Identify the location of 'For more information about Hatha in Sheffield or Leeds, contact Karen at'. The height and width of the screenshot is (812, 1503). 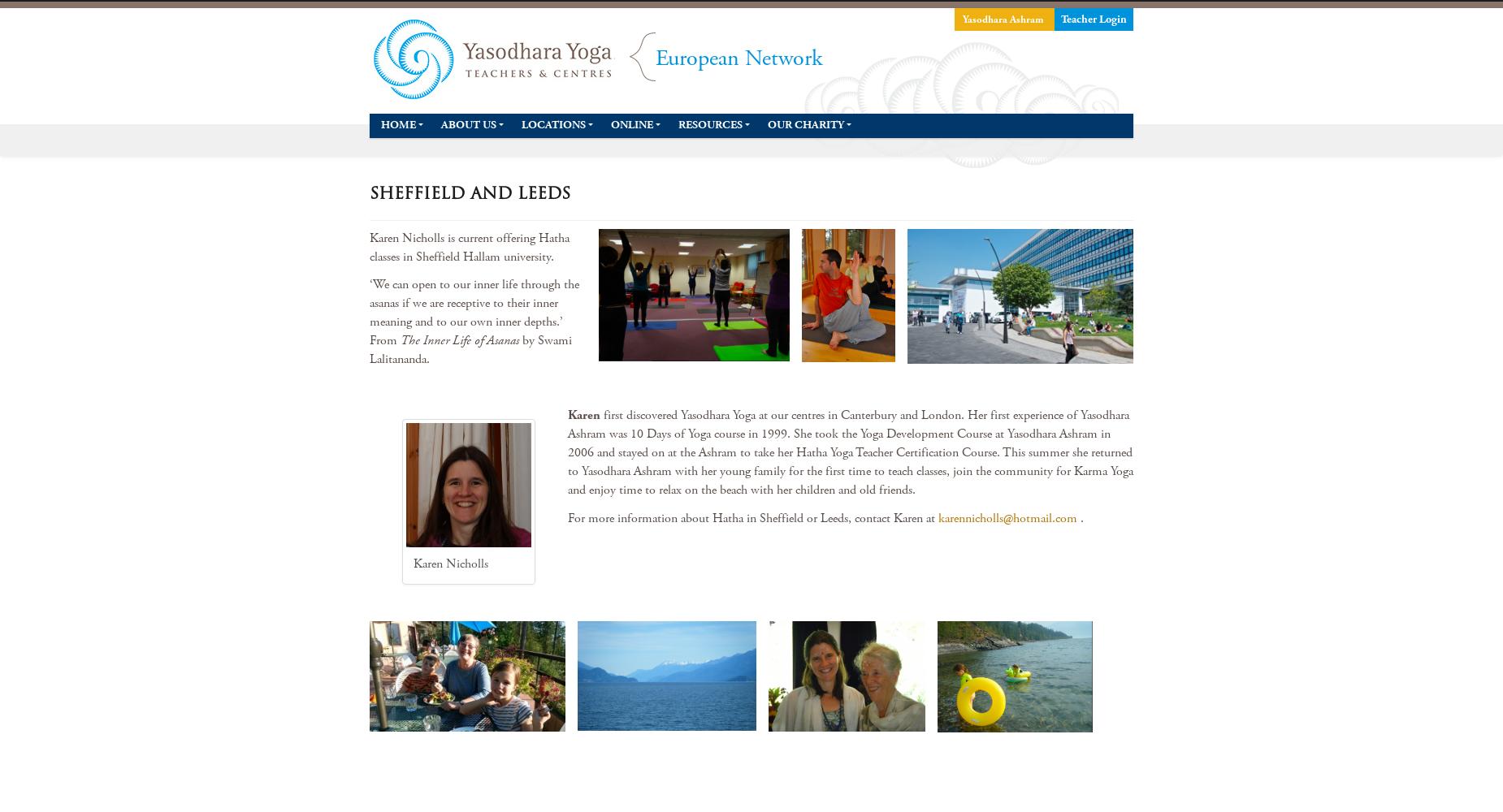
(567, 517).